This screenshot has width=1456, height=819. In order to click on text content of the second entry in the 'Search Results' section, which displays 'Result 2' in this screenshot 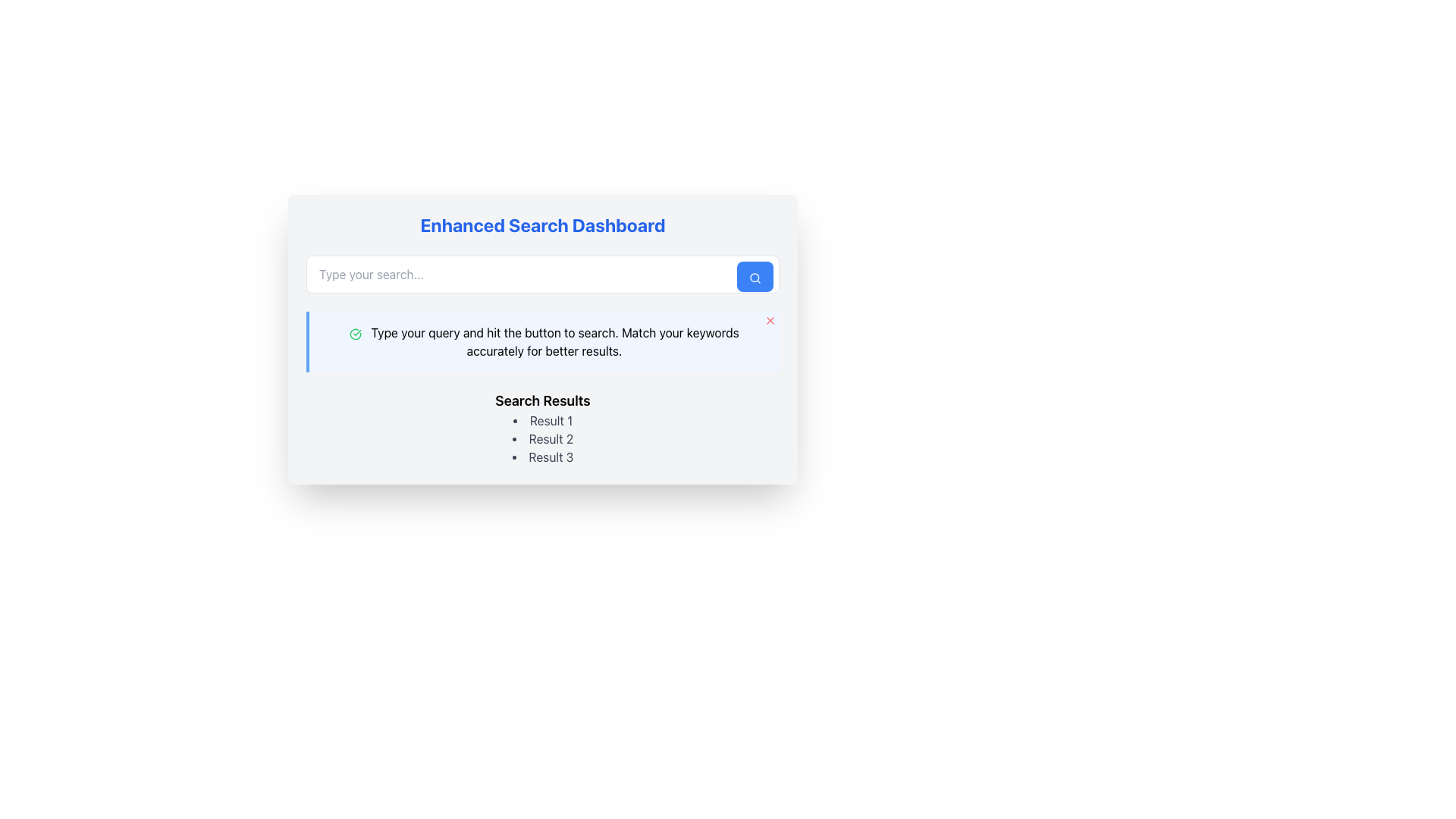, I will do `click(542, 438)`.